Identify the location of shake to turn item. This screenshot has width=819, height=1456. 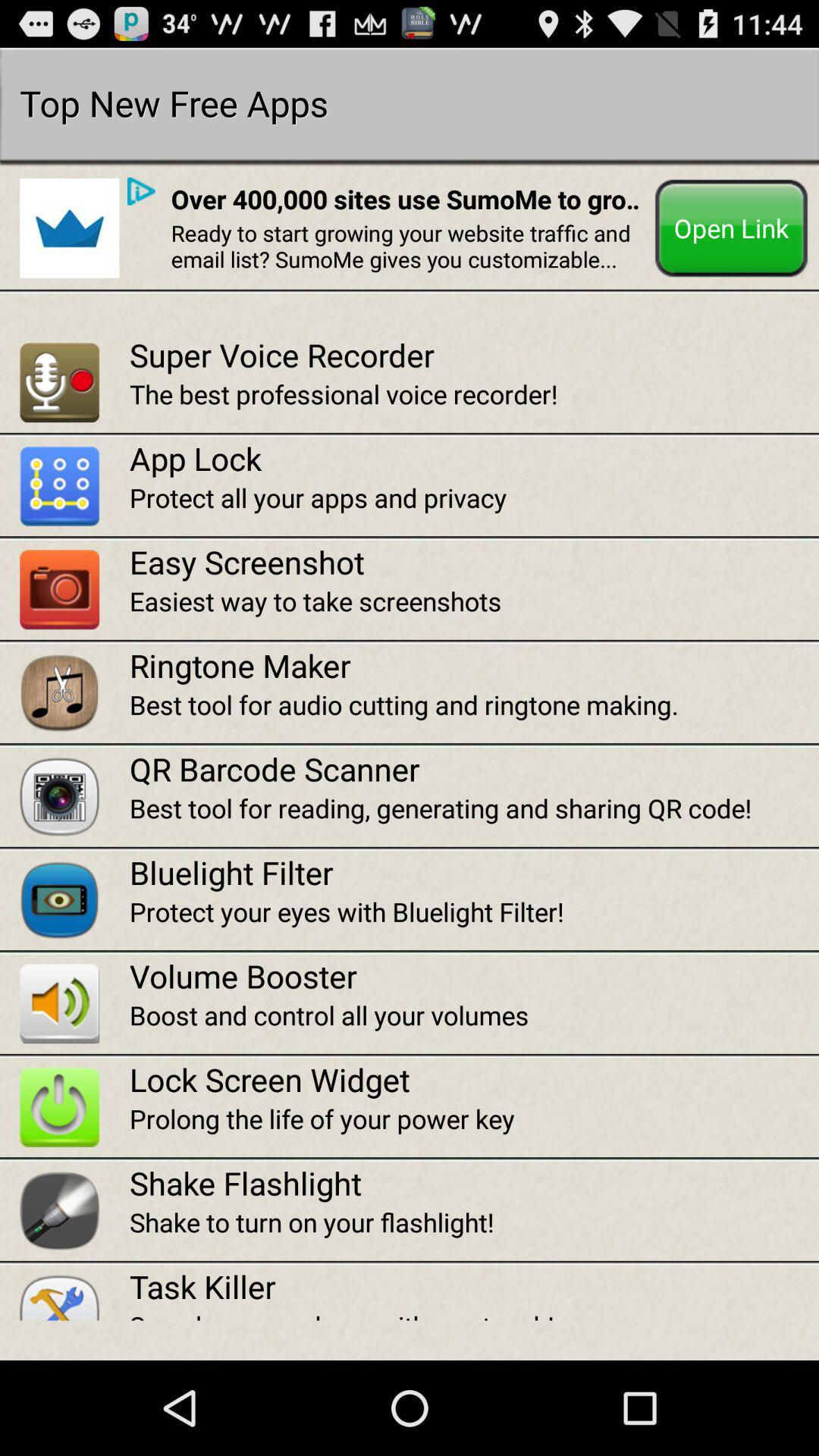
(473, 1222).